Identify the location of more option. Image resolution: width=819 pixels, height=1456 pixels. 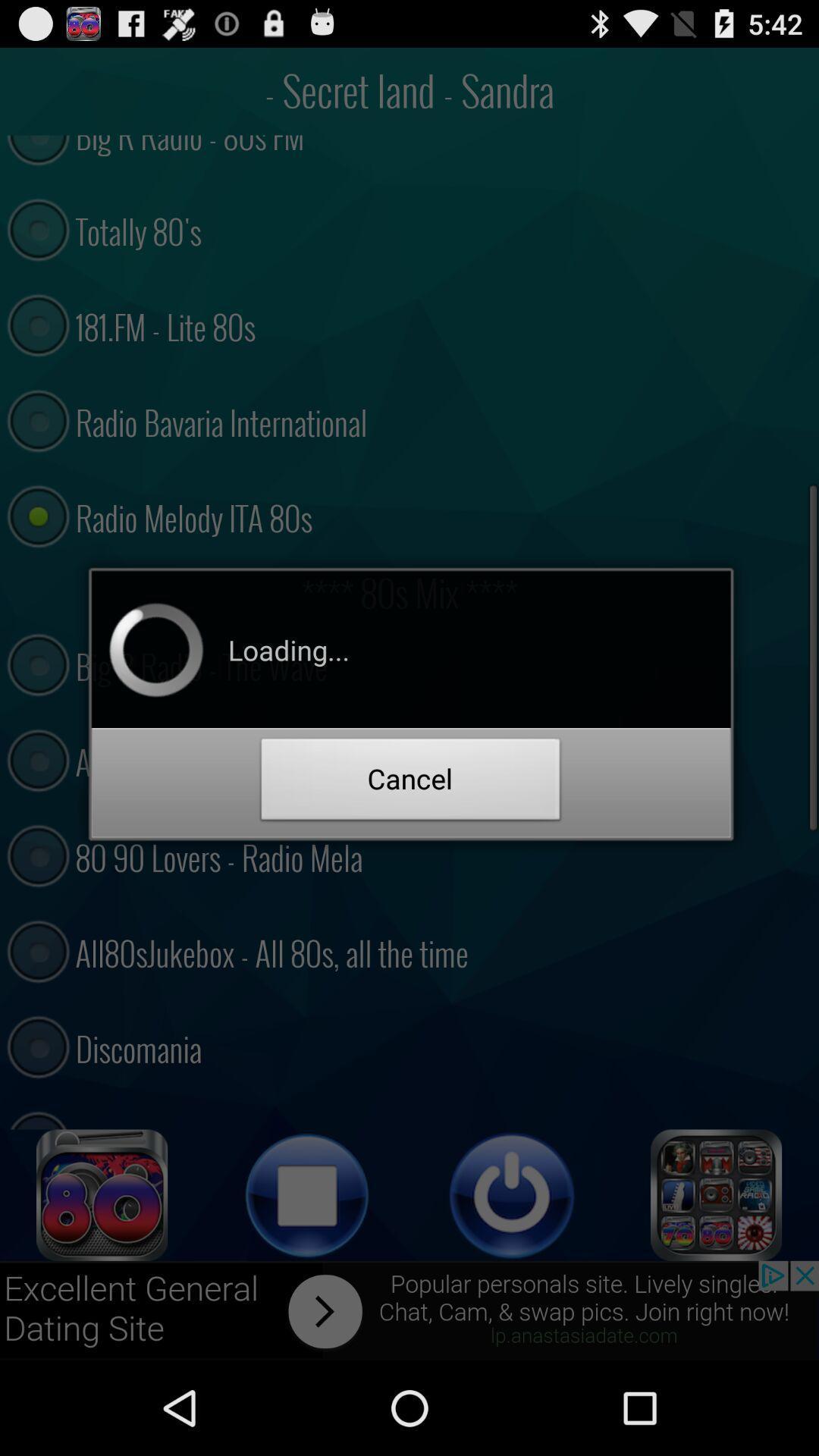
(717, 1194).